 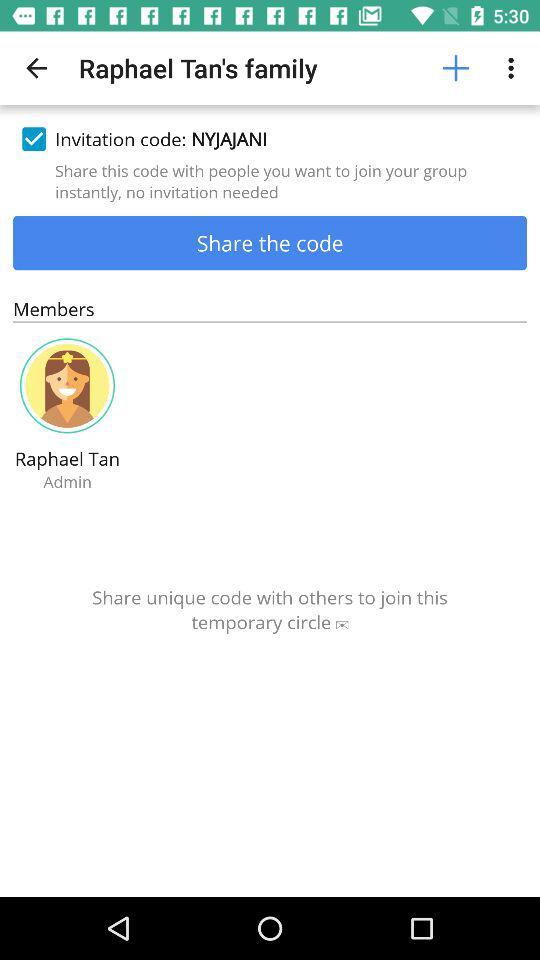 I want to click on the button share the code on the web page, so click(x=270, y=241).